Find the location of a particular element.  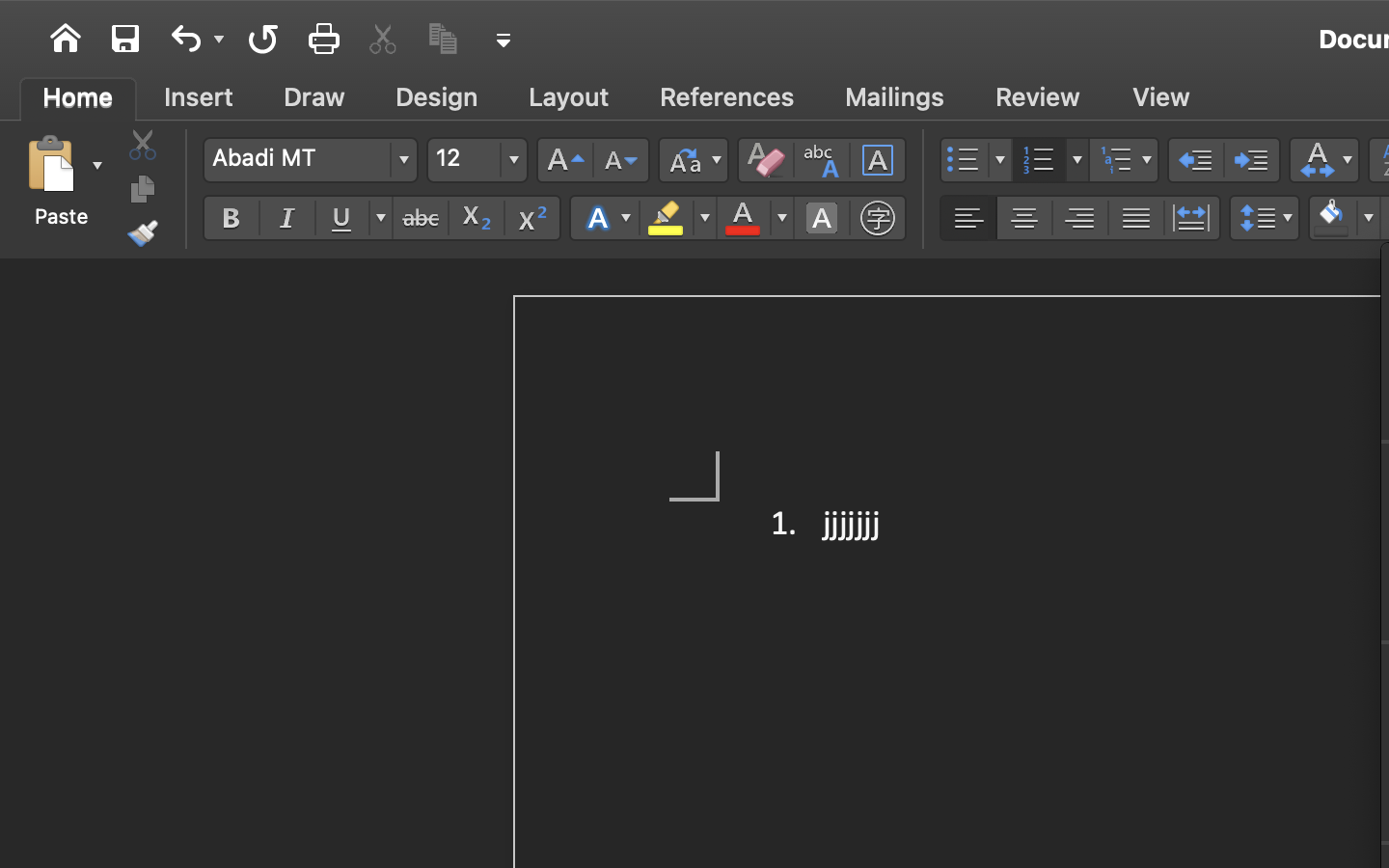

'Abadi MT' is located at coordinates (310, 159).